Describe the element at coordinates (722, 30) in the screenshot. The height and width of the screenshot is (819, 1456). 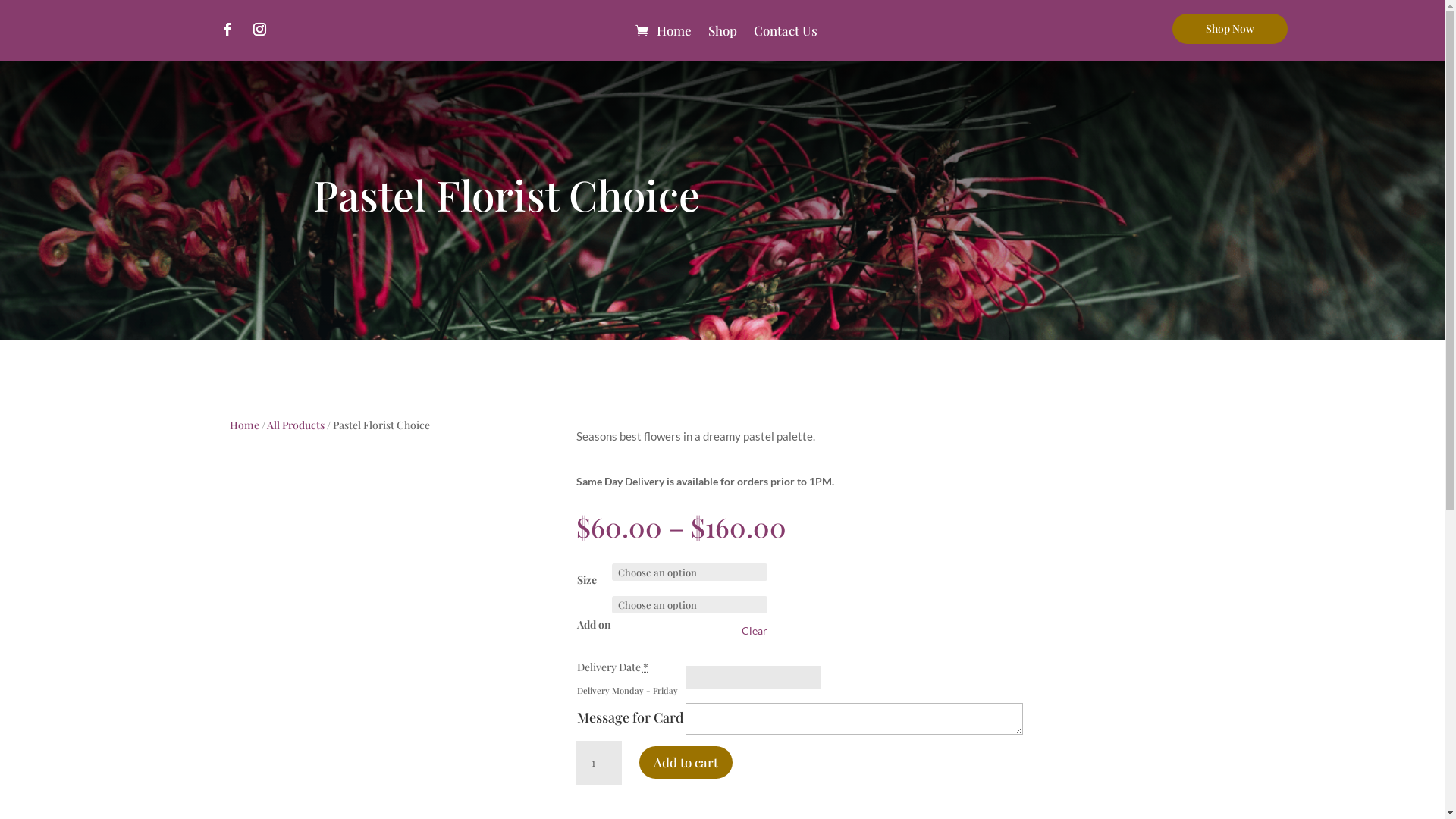
I see `'Shop'` at that location.